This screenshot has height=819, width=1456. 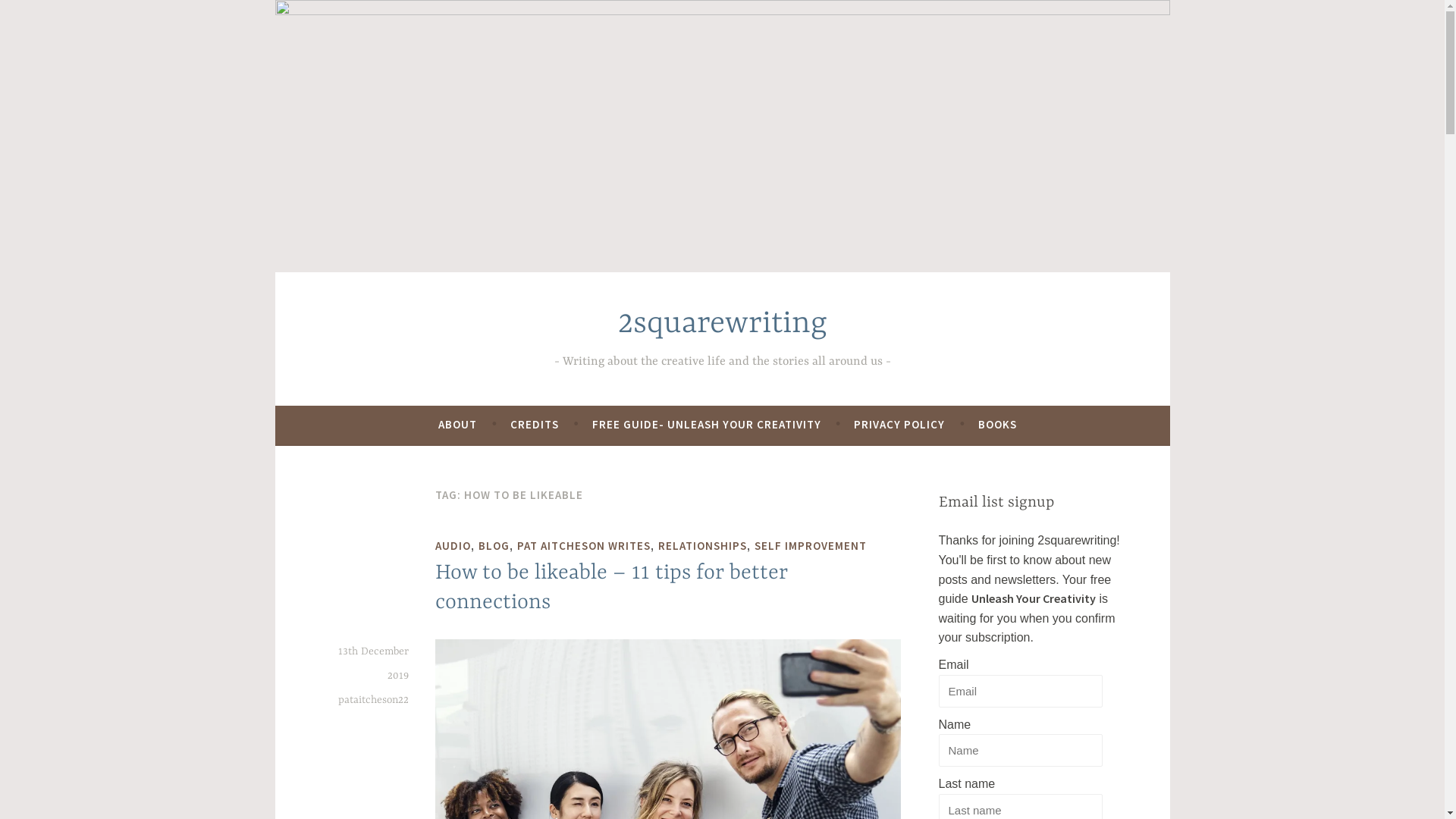 What do you see at coordinates (337, 663) in the screenshot?
I see `'13th December 2019'` at bounding box center [337, 663].